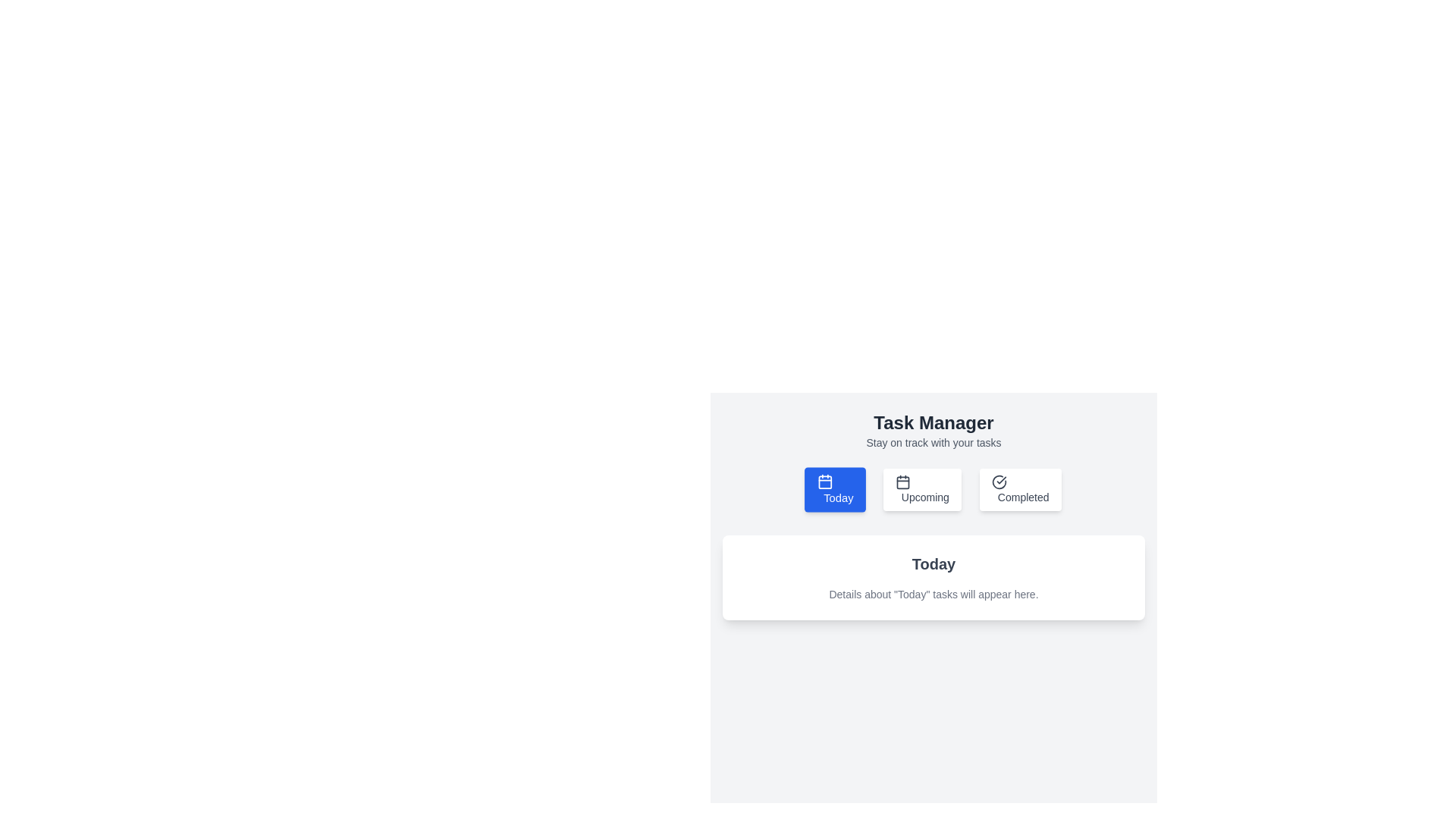  I want to click on the button labeled 'Completed' with a checkmark icon to switch the view, so click(1020, 489).